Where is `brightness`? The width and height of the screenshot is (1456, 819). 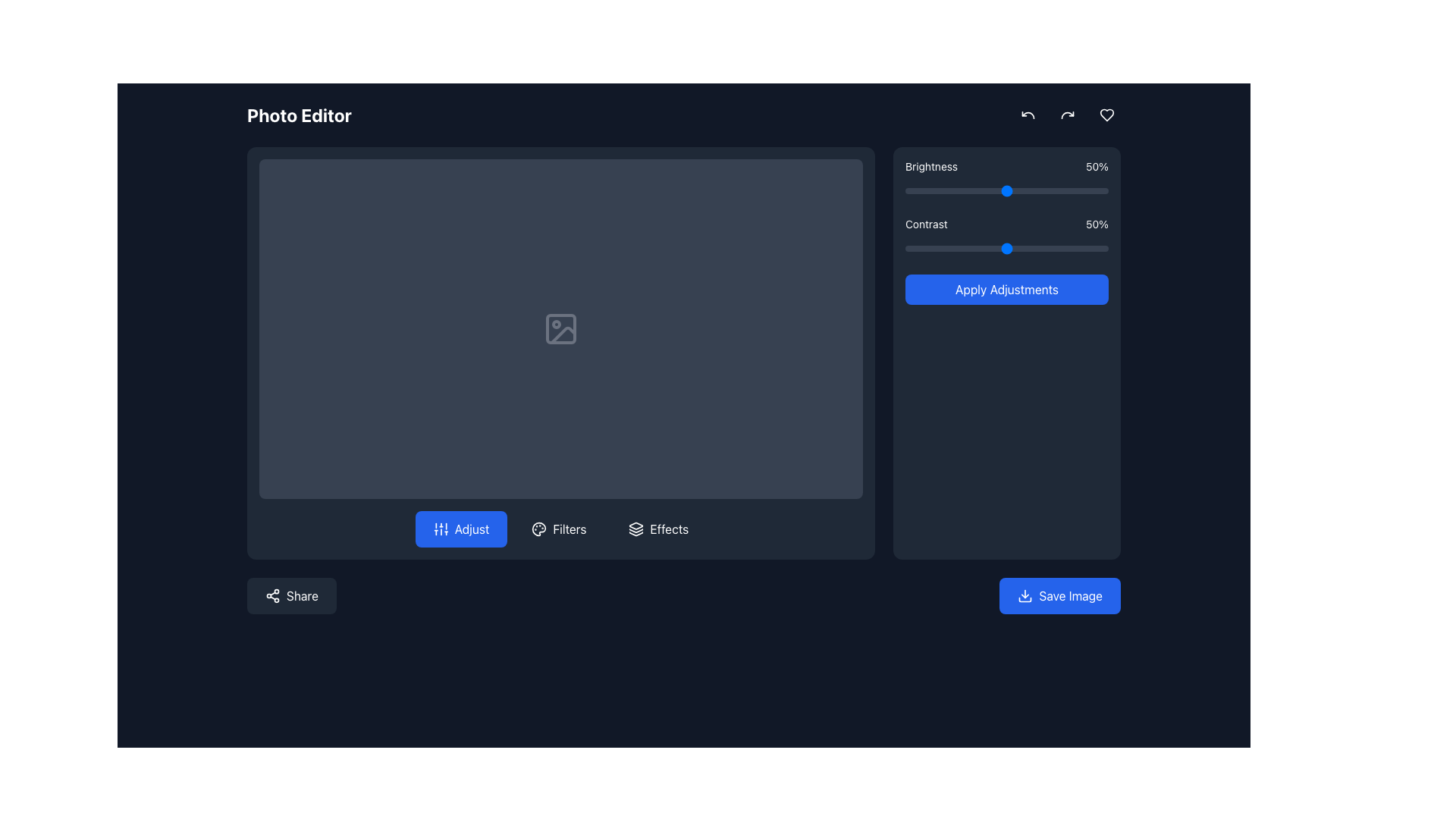
brightness is located at coordinates (1049, 190).